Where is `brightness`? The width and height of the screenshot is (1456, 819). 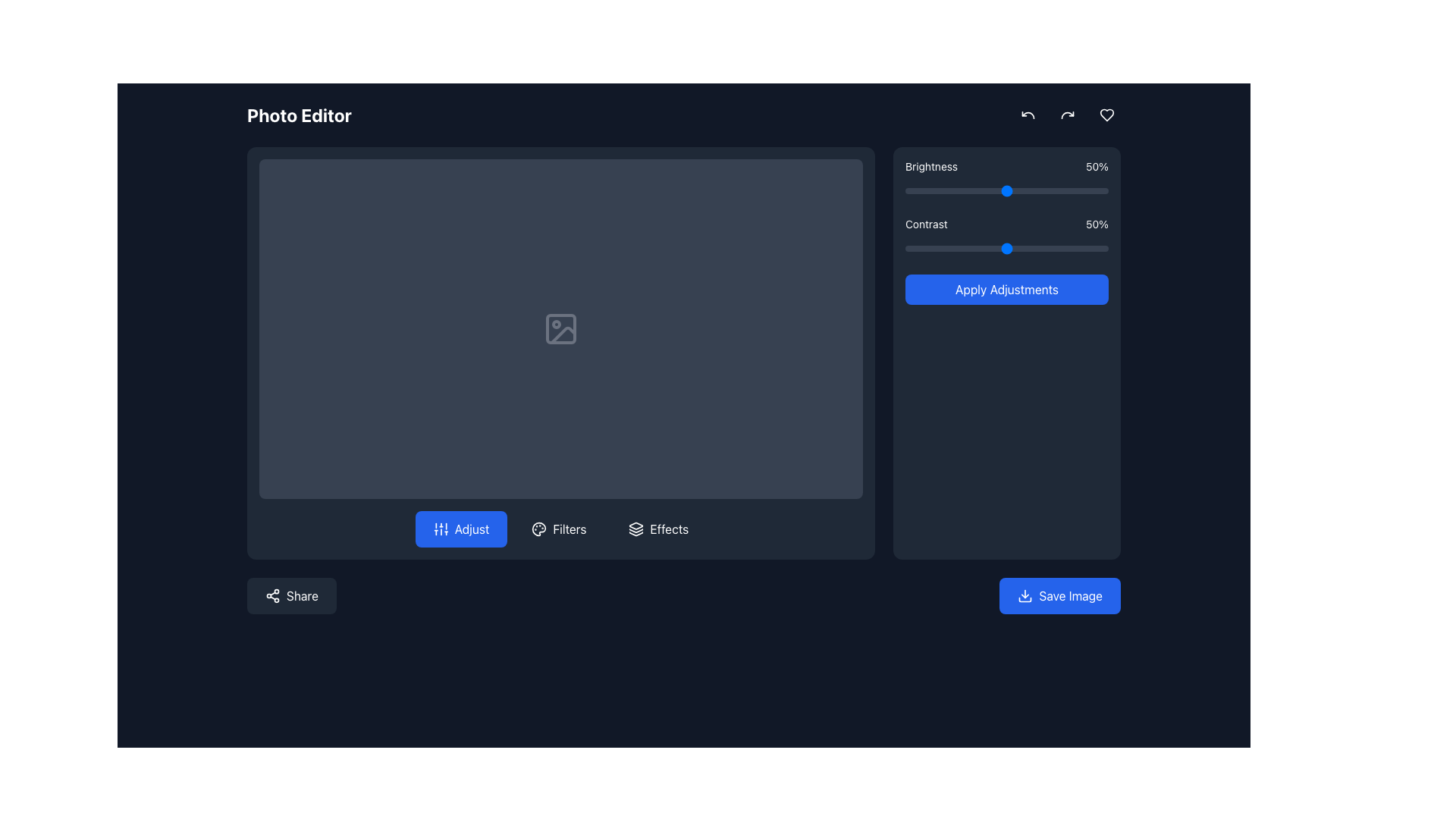
brightness is located at coordinates (1049, 190).